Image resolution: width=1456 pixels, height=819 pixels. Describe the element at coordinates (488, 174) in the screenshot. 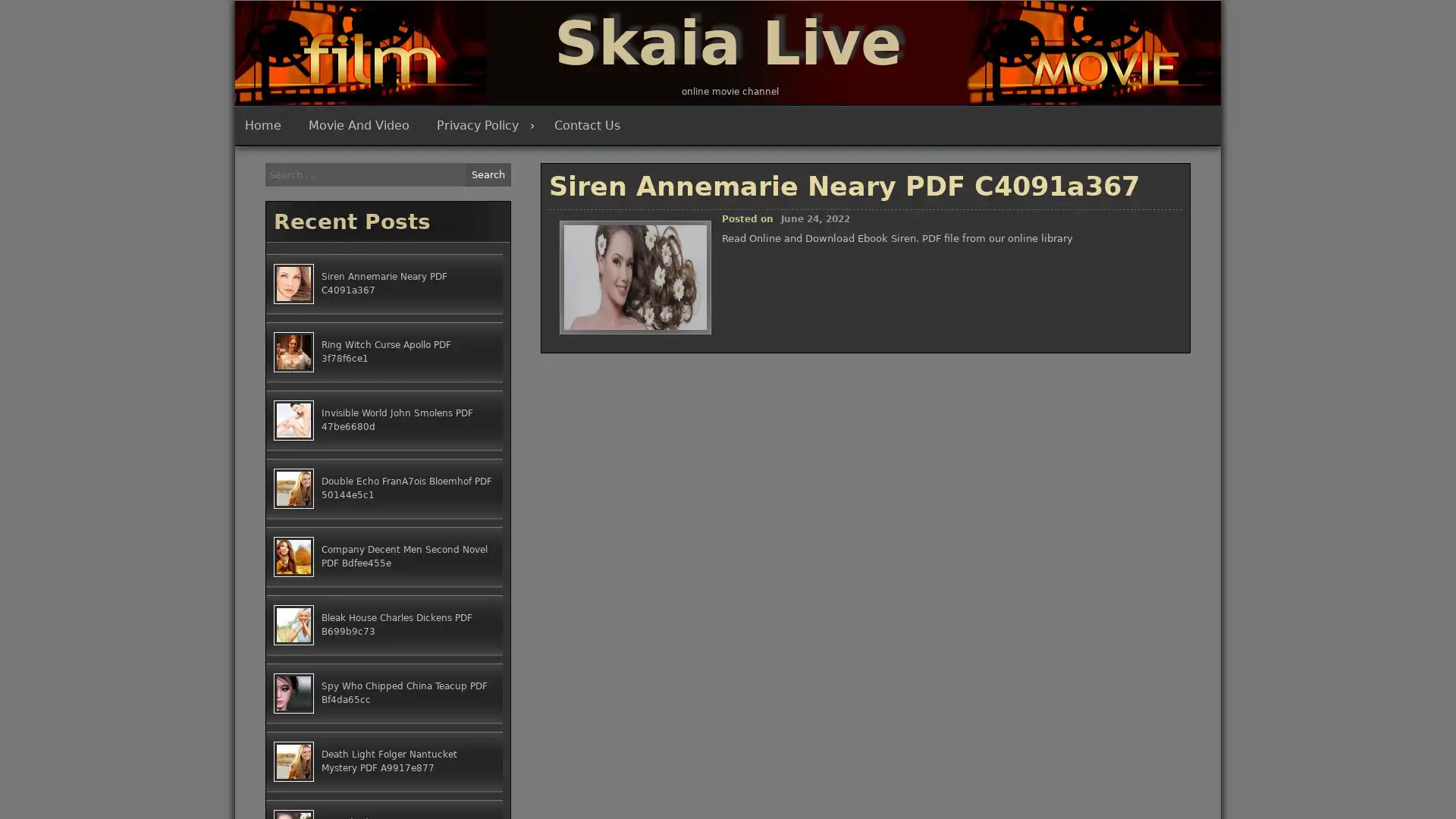

I see `Search` at that location.